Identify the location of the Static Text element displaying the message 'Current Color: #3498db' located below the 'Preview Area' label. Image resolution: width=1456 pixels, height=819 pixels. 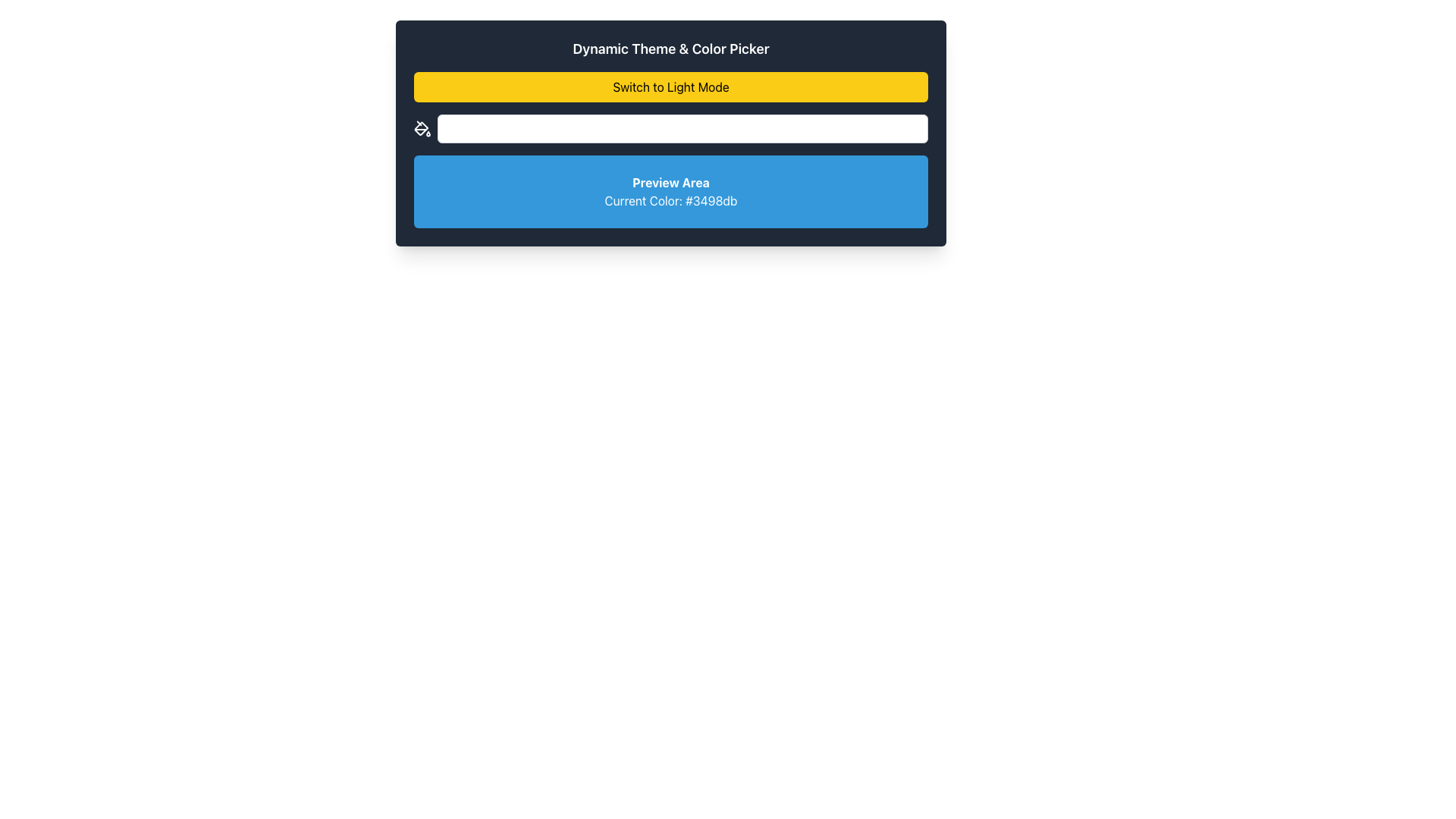
(670, 200).